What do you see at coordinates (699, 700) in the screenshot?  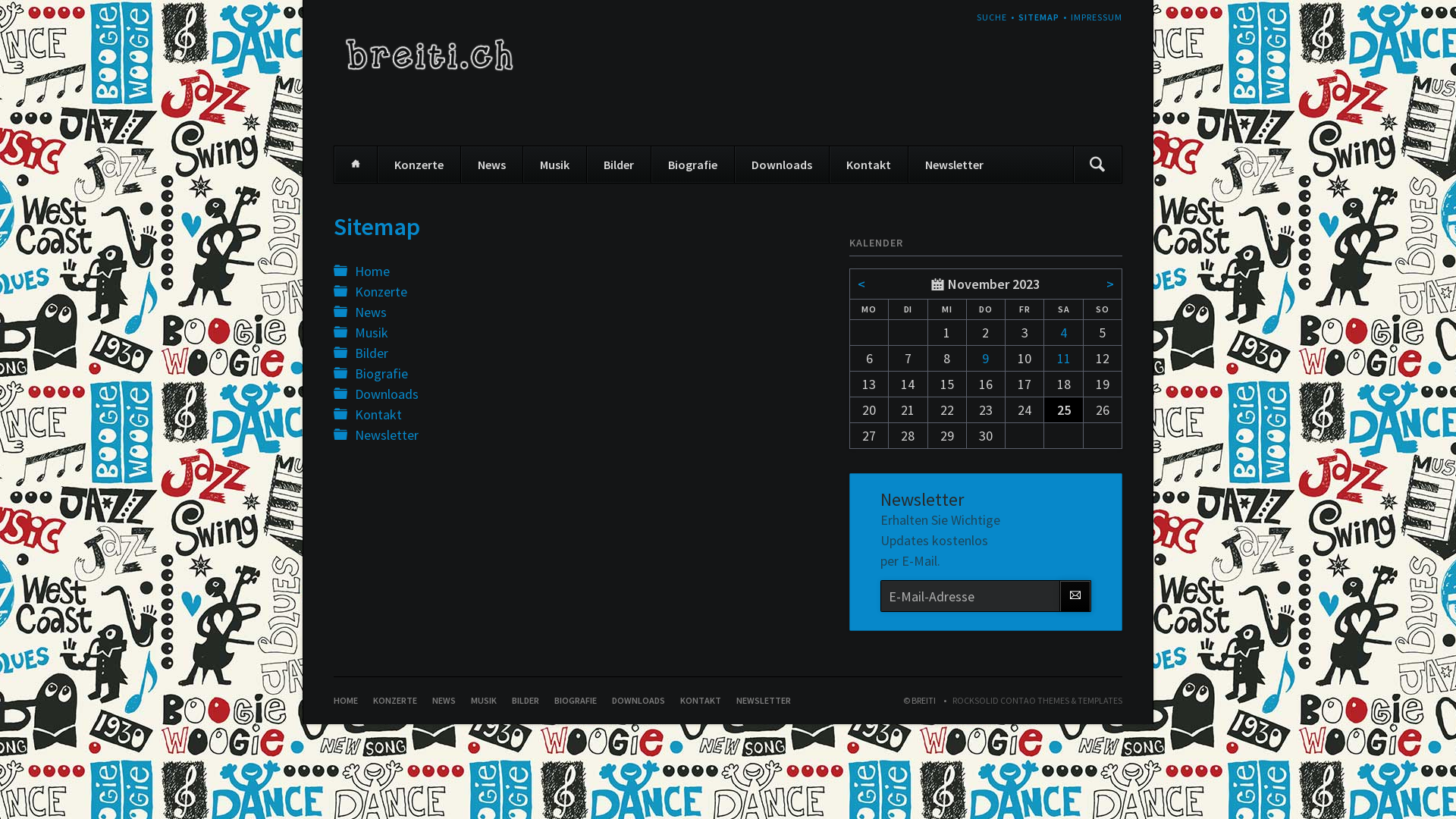 I see `'KONTAKT'` at bounding box center [699, 700].